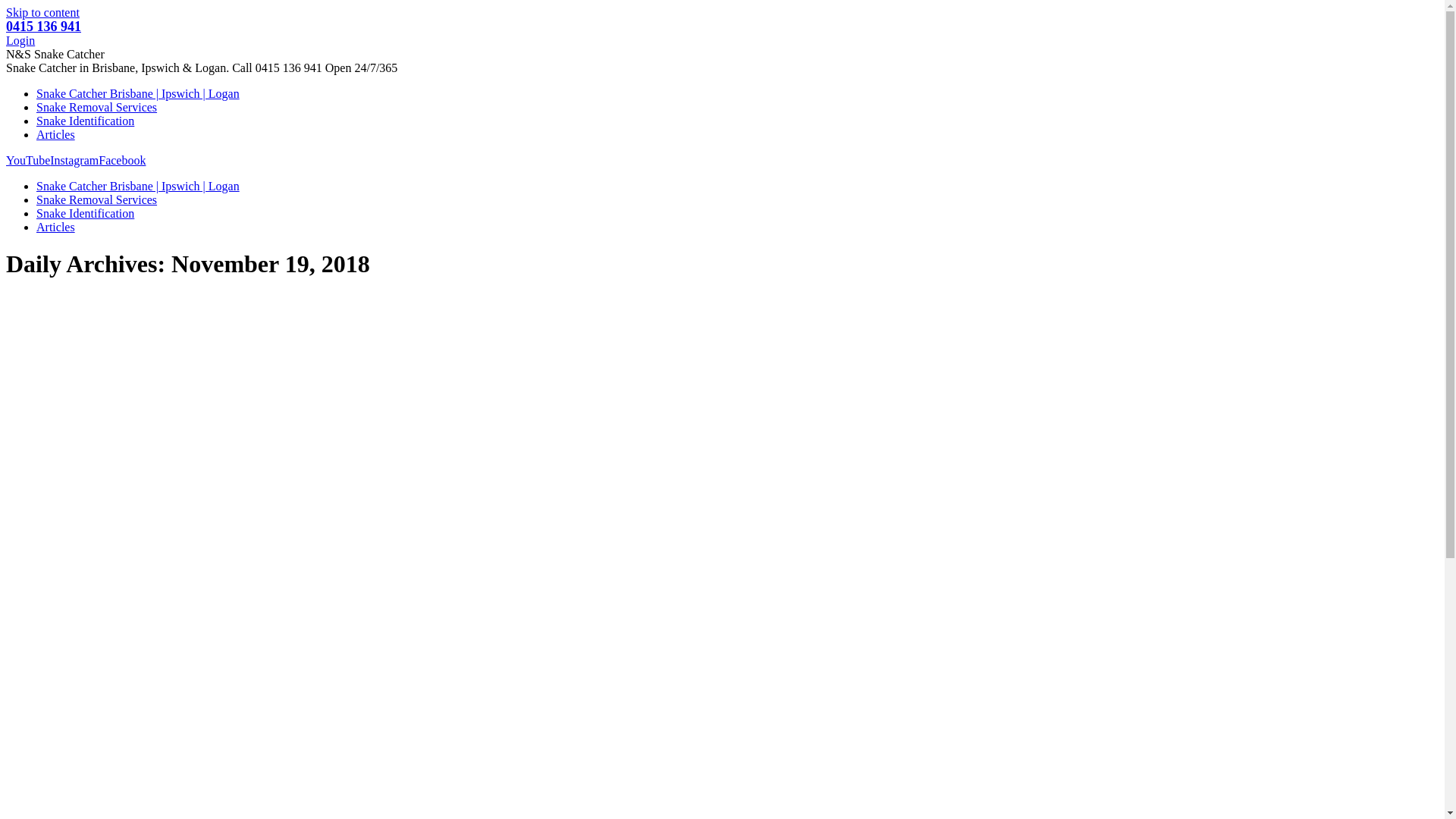 Image resolution: width=1456 pixels, height=819 pixels. I want to click on 'Skip to content', so click(42, 12).